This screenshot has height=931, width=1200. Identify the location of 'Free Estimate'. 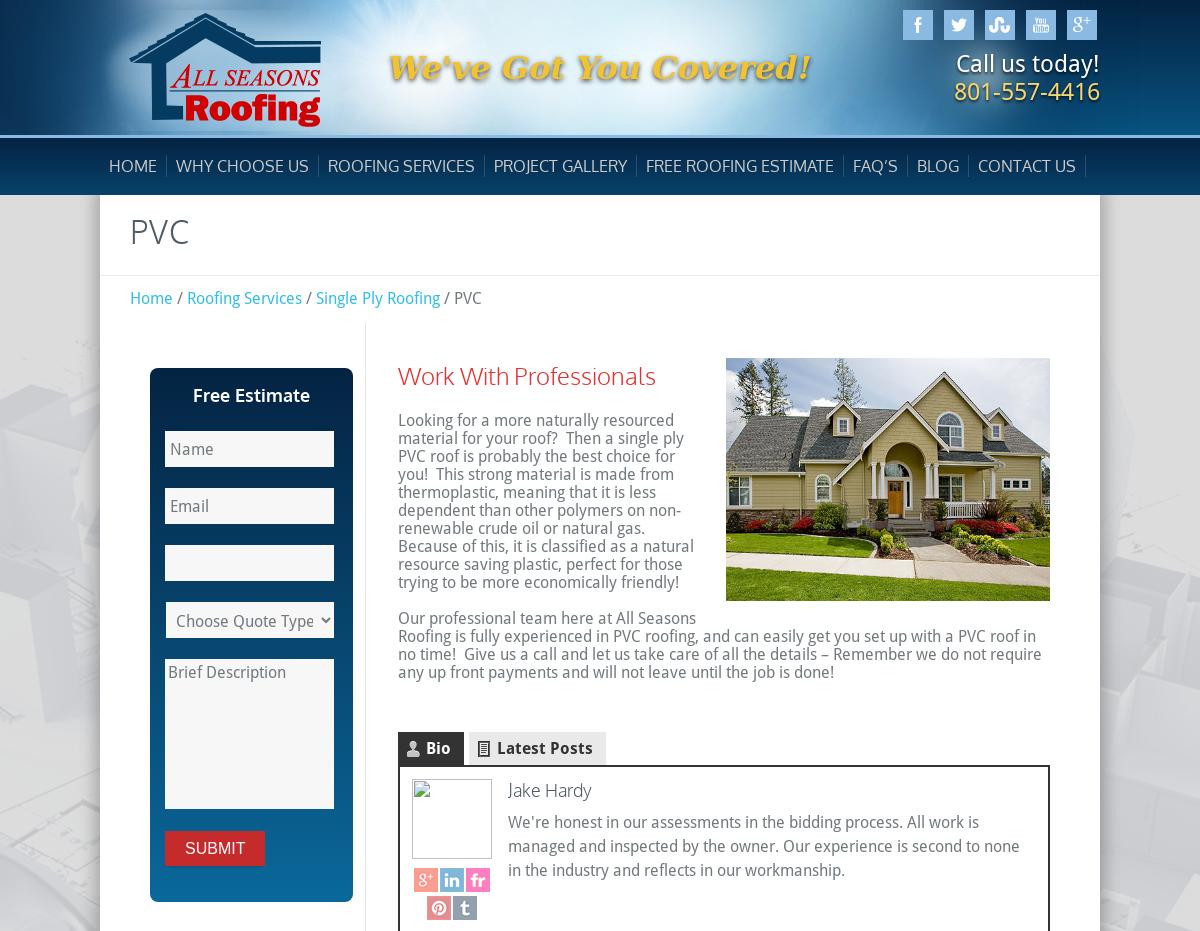
(249, 395).